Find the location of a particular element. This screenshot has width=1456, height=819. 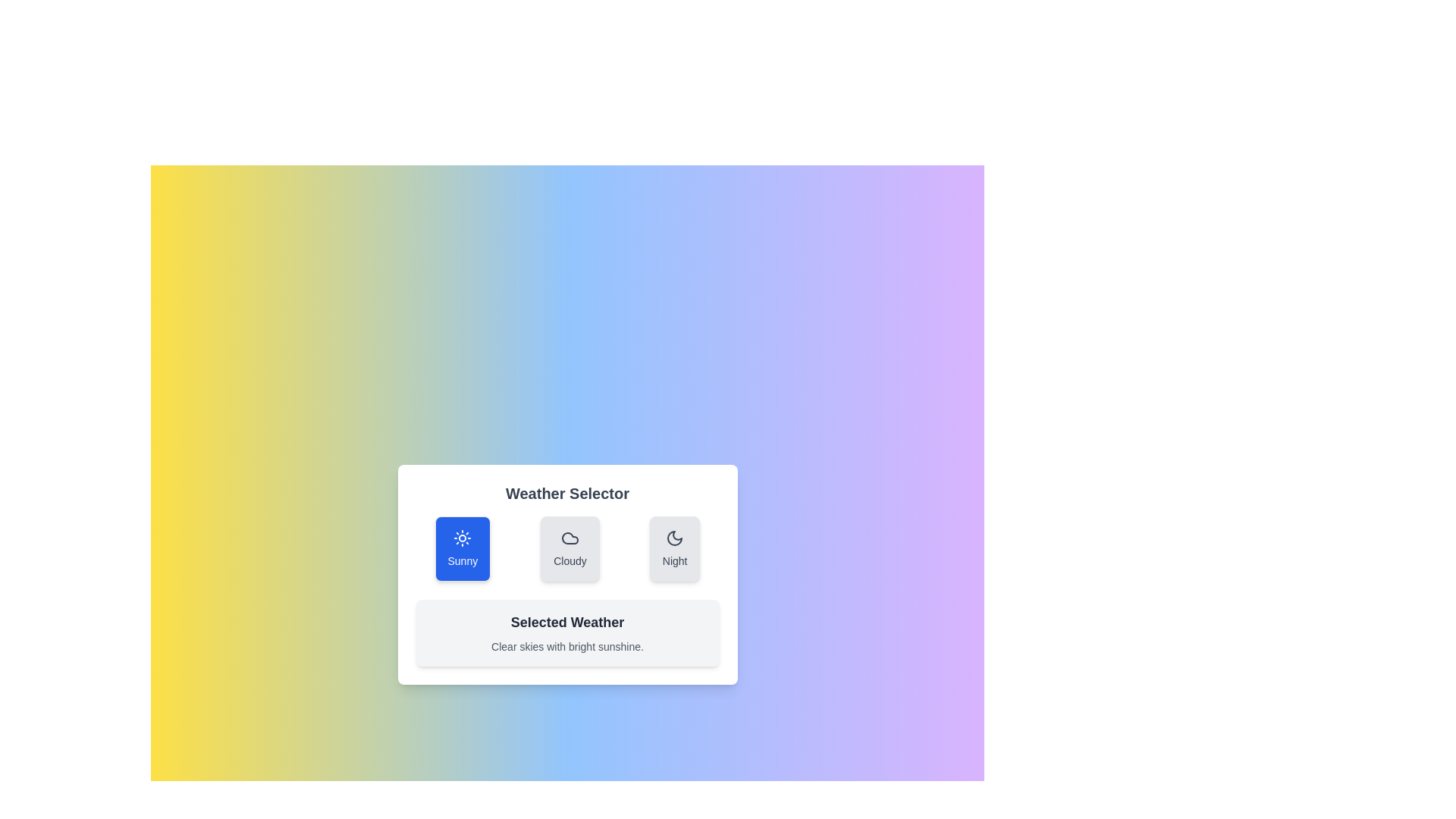

detailed weather information displayed at the bottom of the 'Weather Selector' card, below the interactive buttons labeled 'Sunny,' 'Cloudy,' and 'Night.' is located at coordinates (566, 632).